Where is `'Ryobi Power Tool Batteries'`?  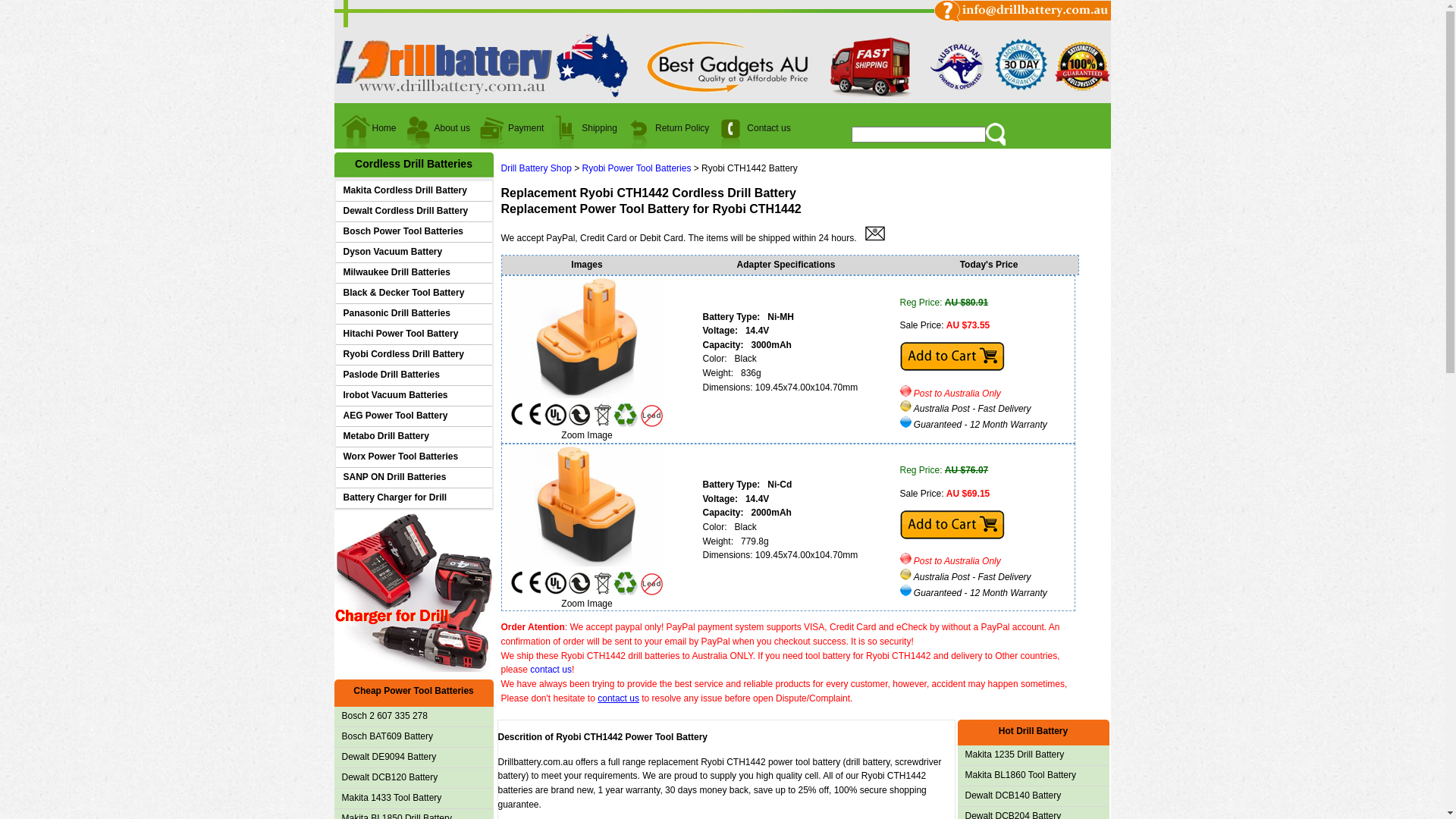
'Ryobi Power Tool Batteries' is located at coordinates (637, 168).